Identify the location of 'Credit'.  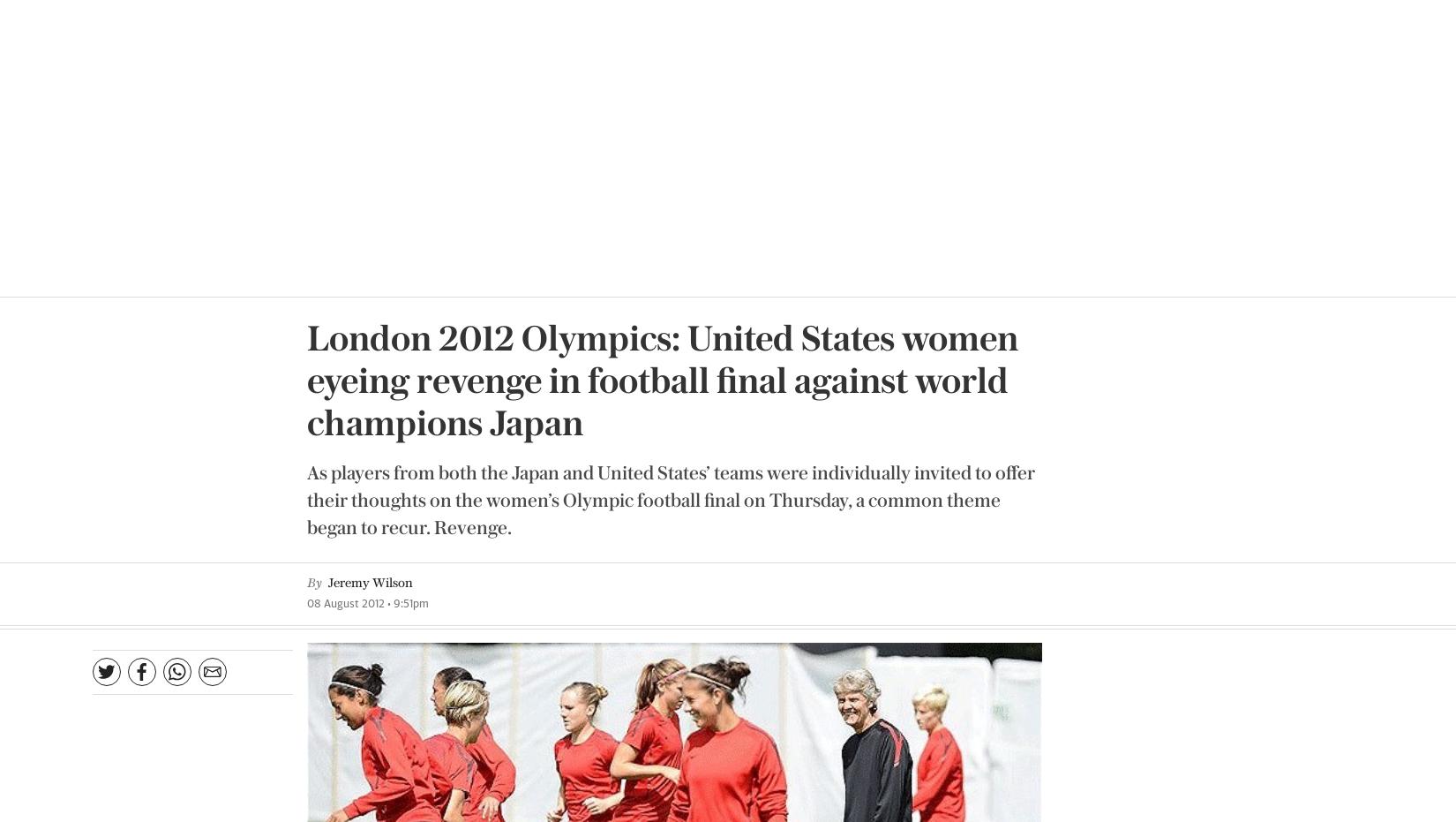
(831, 445).